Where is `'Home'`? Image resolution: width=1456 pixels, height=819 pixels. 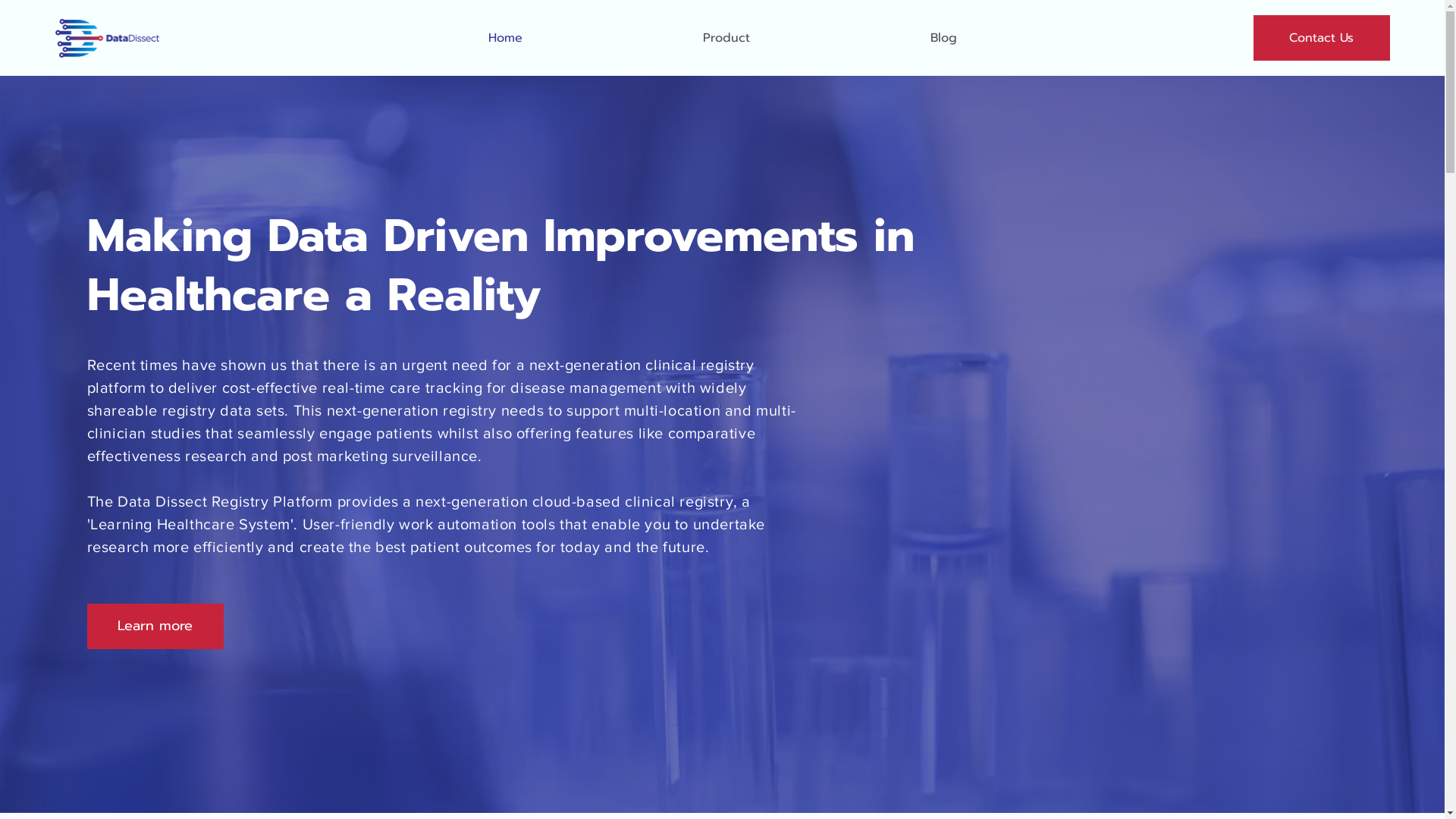
'Home' is located at coordinates (505, 37).